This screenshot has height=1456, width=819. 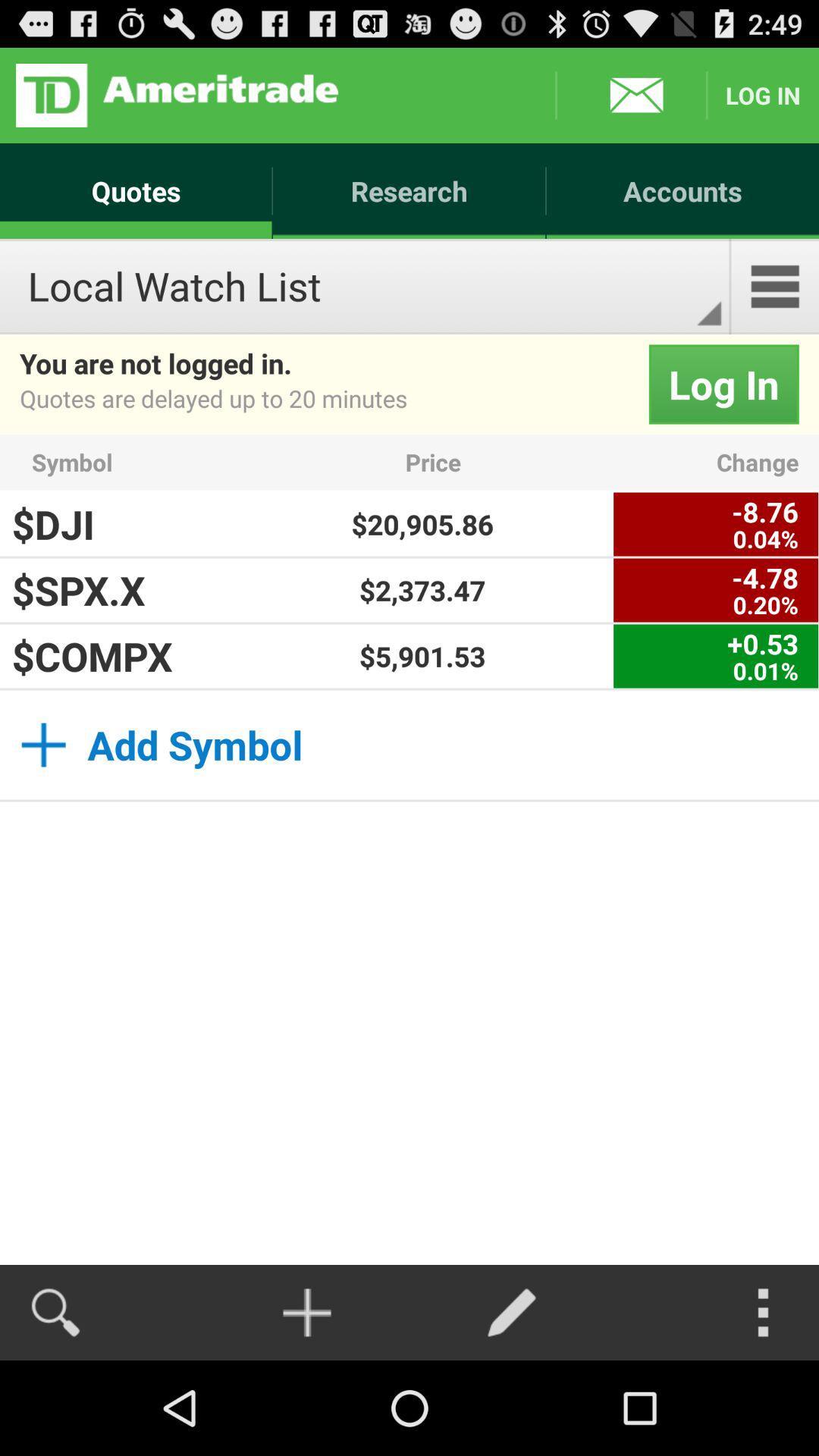 What do you see at coordinates (631, 94) in the screenshot?
I see `check messages` at bounding box center [631, 94].